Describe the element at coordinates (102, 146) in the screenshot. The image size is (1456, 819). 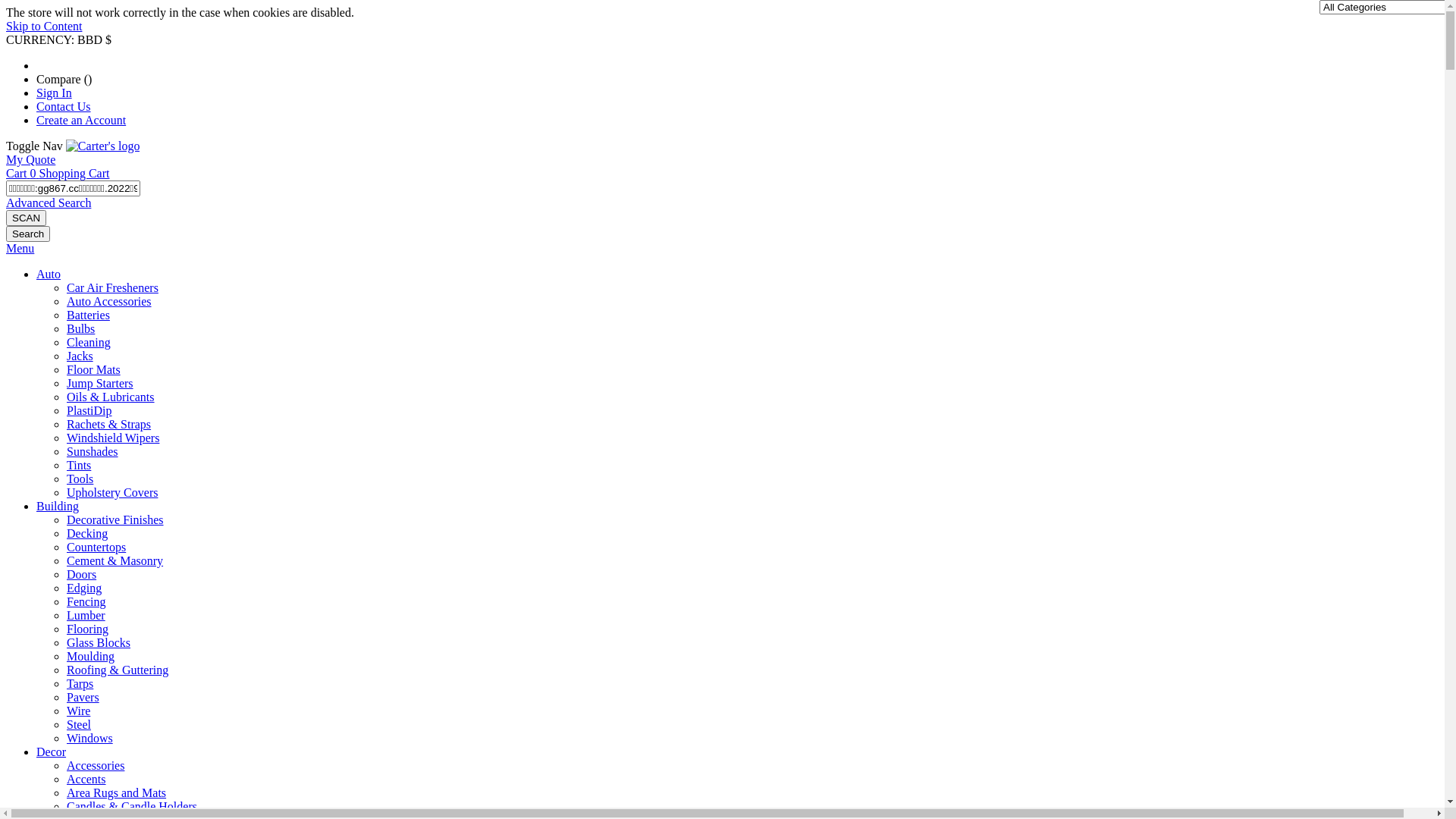
I see `'Carter's logo'` at that location.